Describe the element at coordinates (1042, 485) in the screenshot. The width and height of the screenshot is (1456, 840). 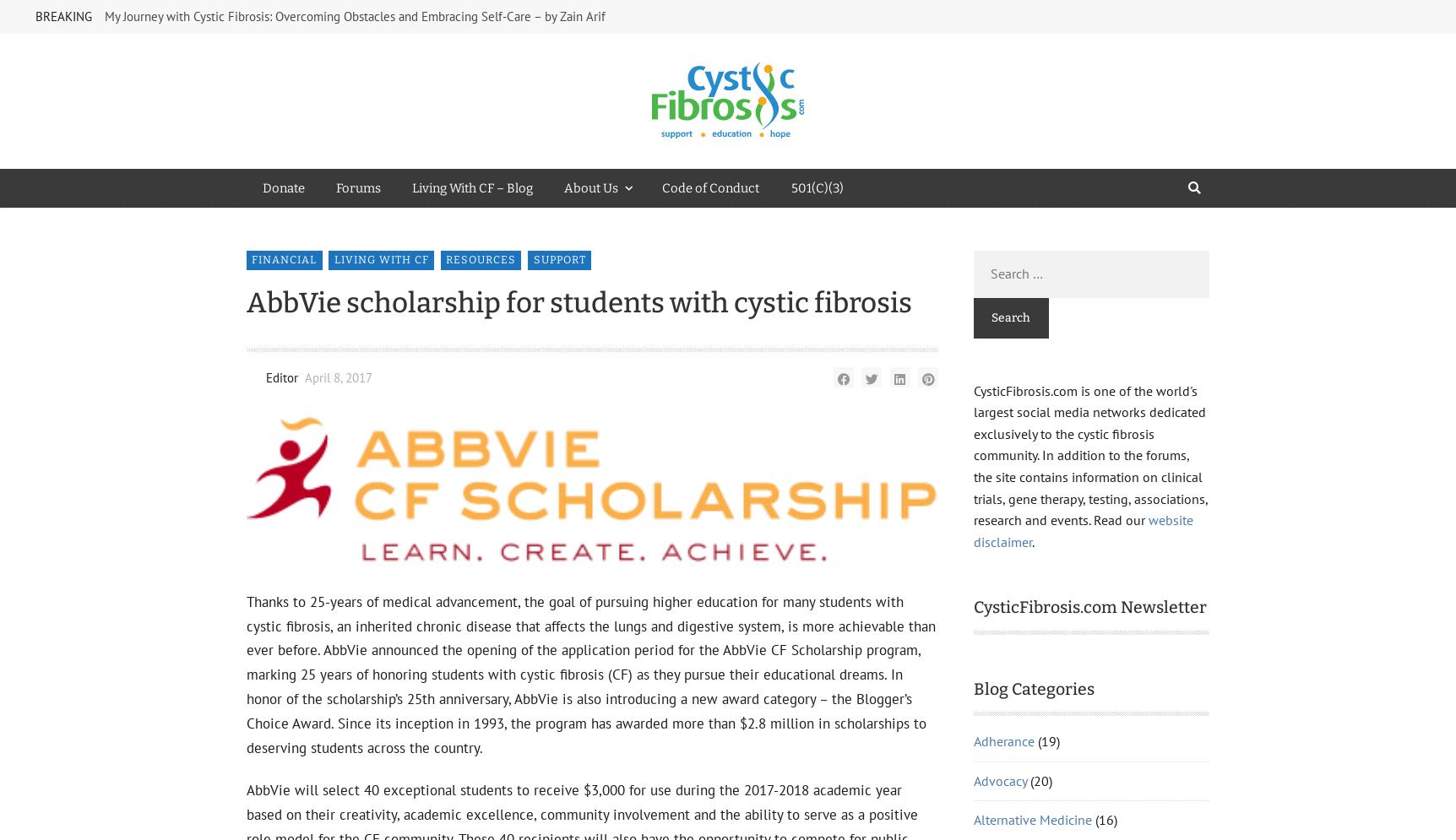
I see `'Gastrointestinal Disease'` at that location.